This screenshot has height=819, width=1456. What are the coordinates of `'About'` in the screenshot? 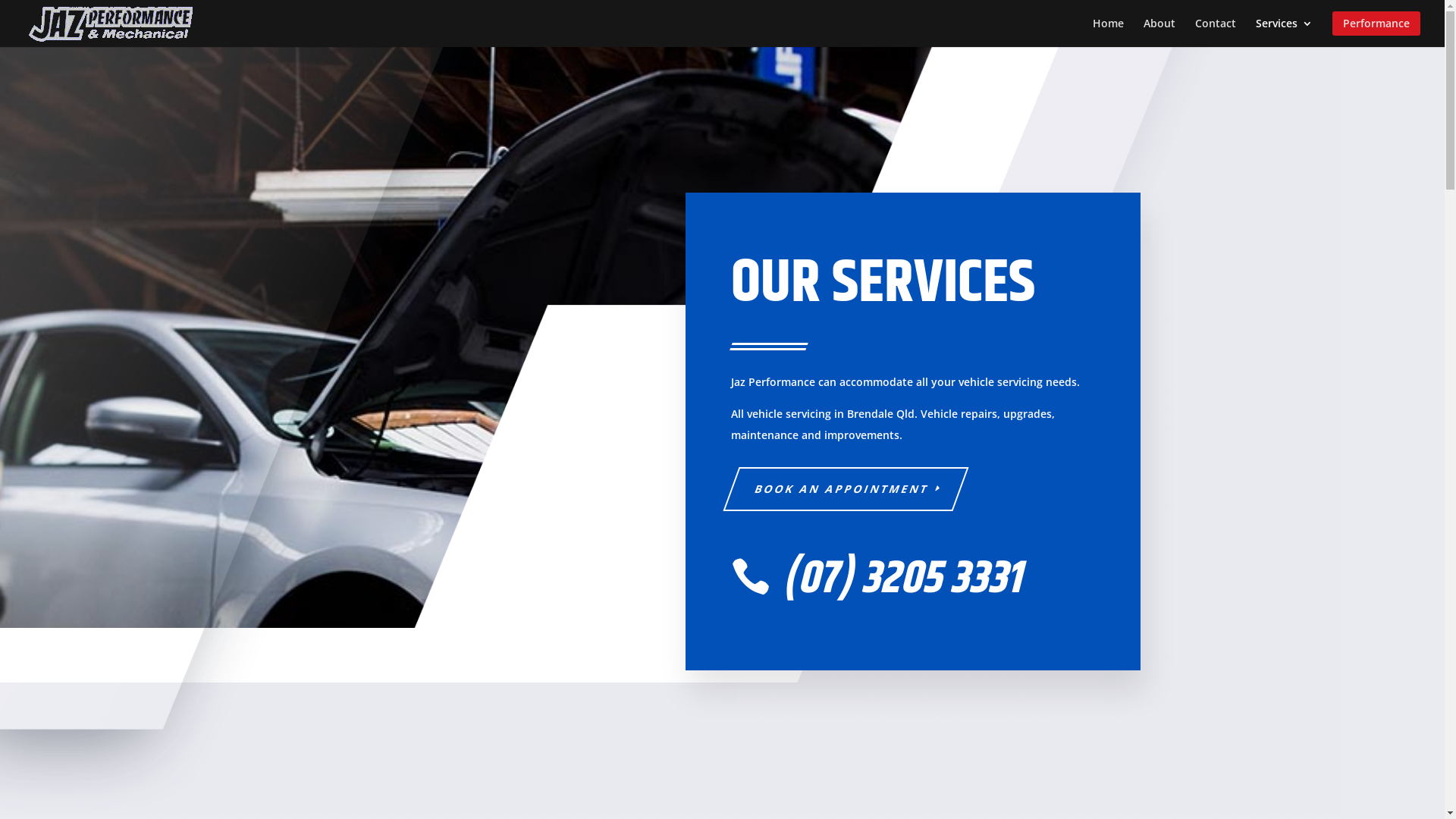 It's located at (1159, 29).